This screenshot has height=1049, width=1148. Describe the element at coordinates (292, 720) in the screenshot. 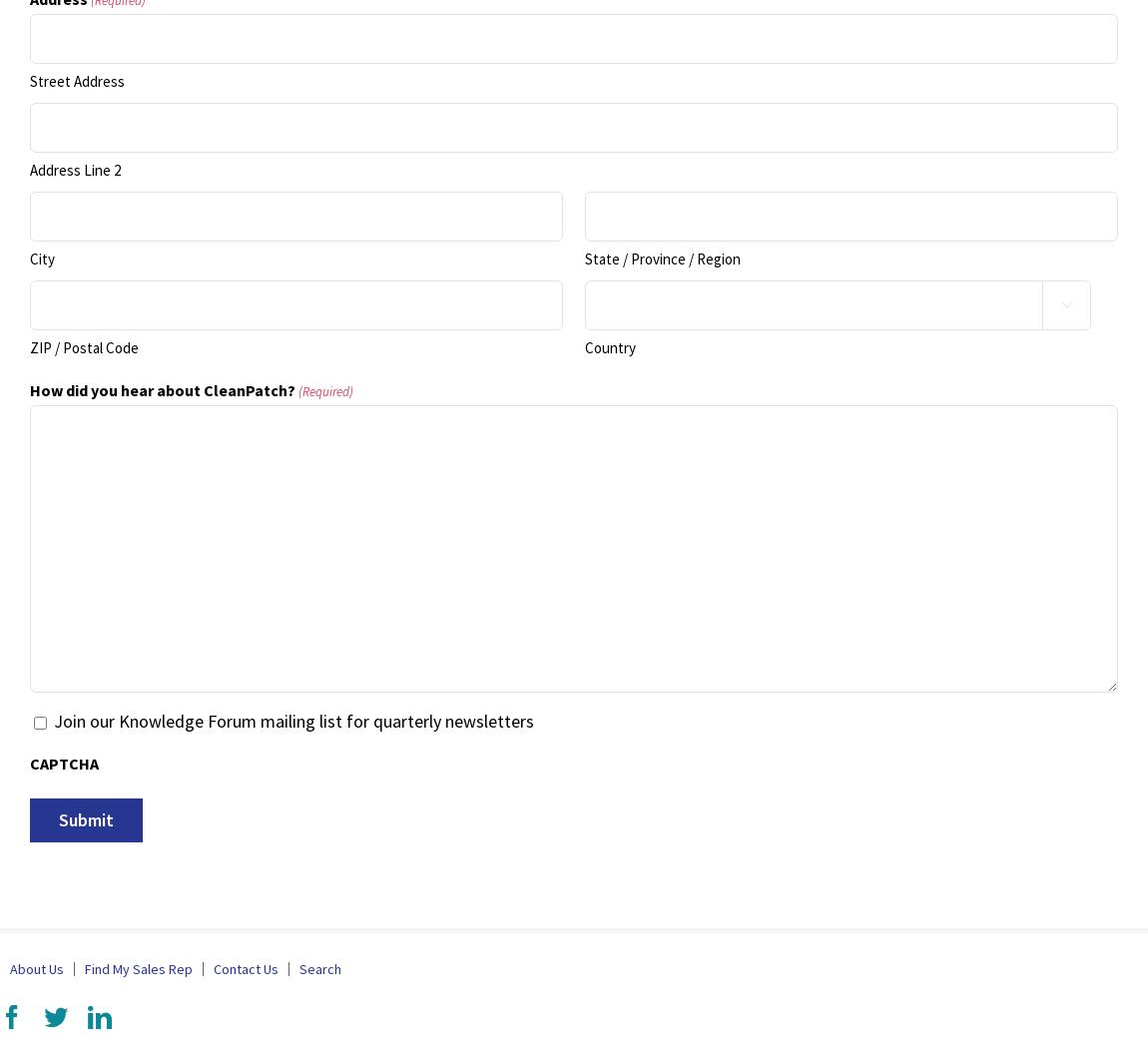

I see `'Join our Knowledge Forum mailing list for quarterly newsletters'` at that location.